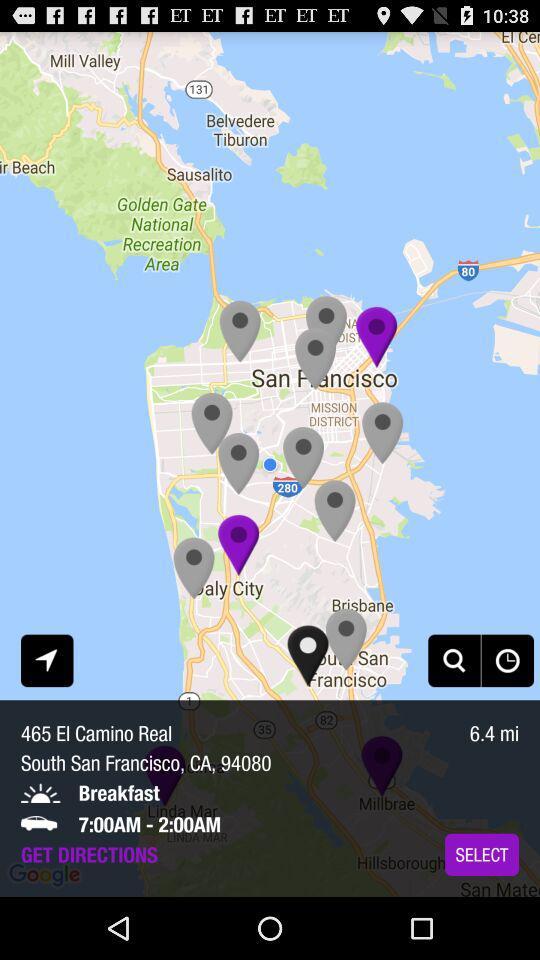 This screenshot has width=540, height=960. What do you see at coordinates (47, 659) in the screenshot?
I see `the icon above the 465 el camino app` at bounding box center [47, 659].